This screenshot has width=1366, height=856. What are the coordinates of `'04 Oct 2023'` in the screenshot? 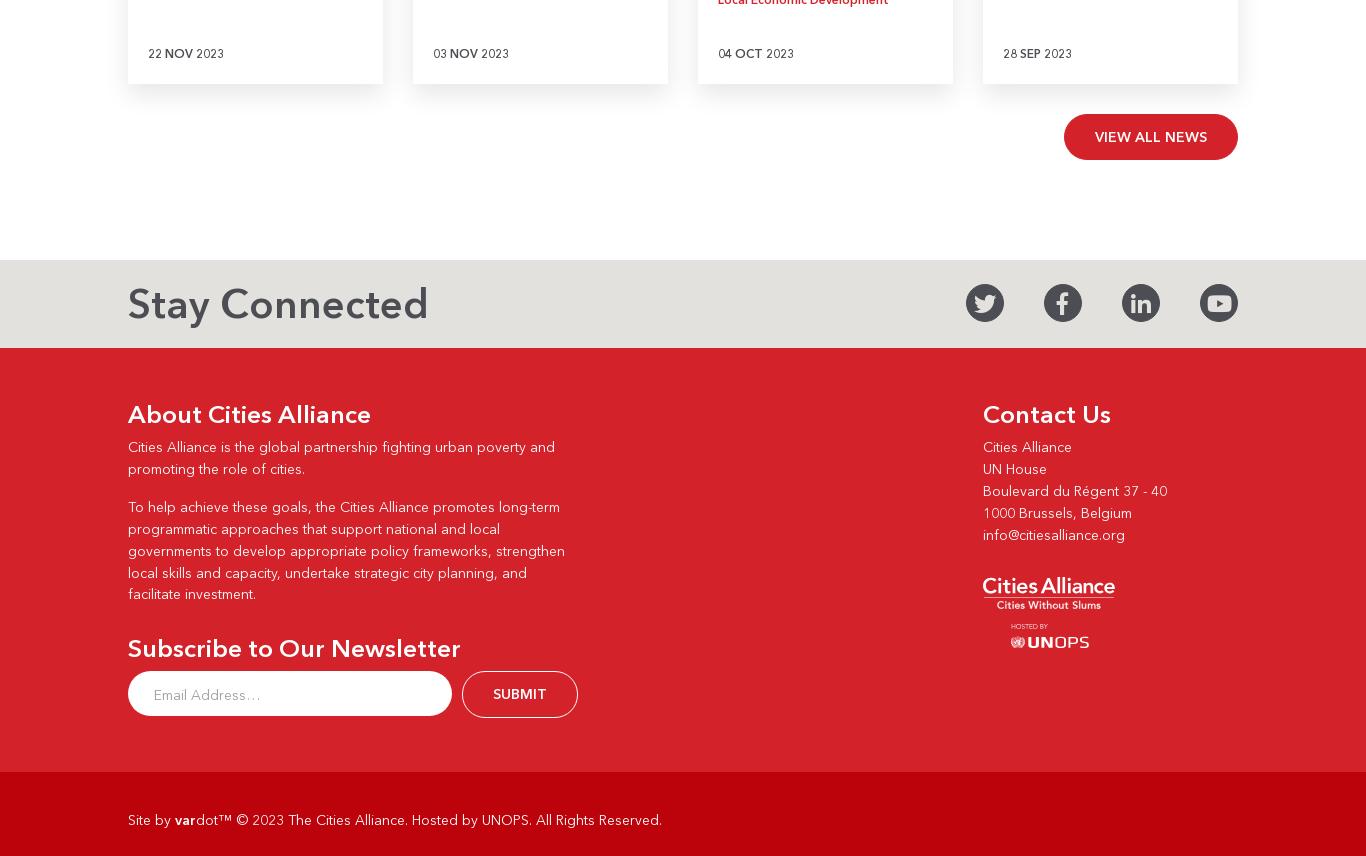 It's located at (755, 52).